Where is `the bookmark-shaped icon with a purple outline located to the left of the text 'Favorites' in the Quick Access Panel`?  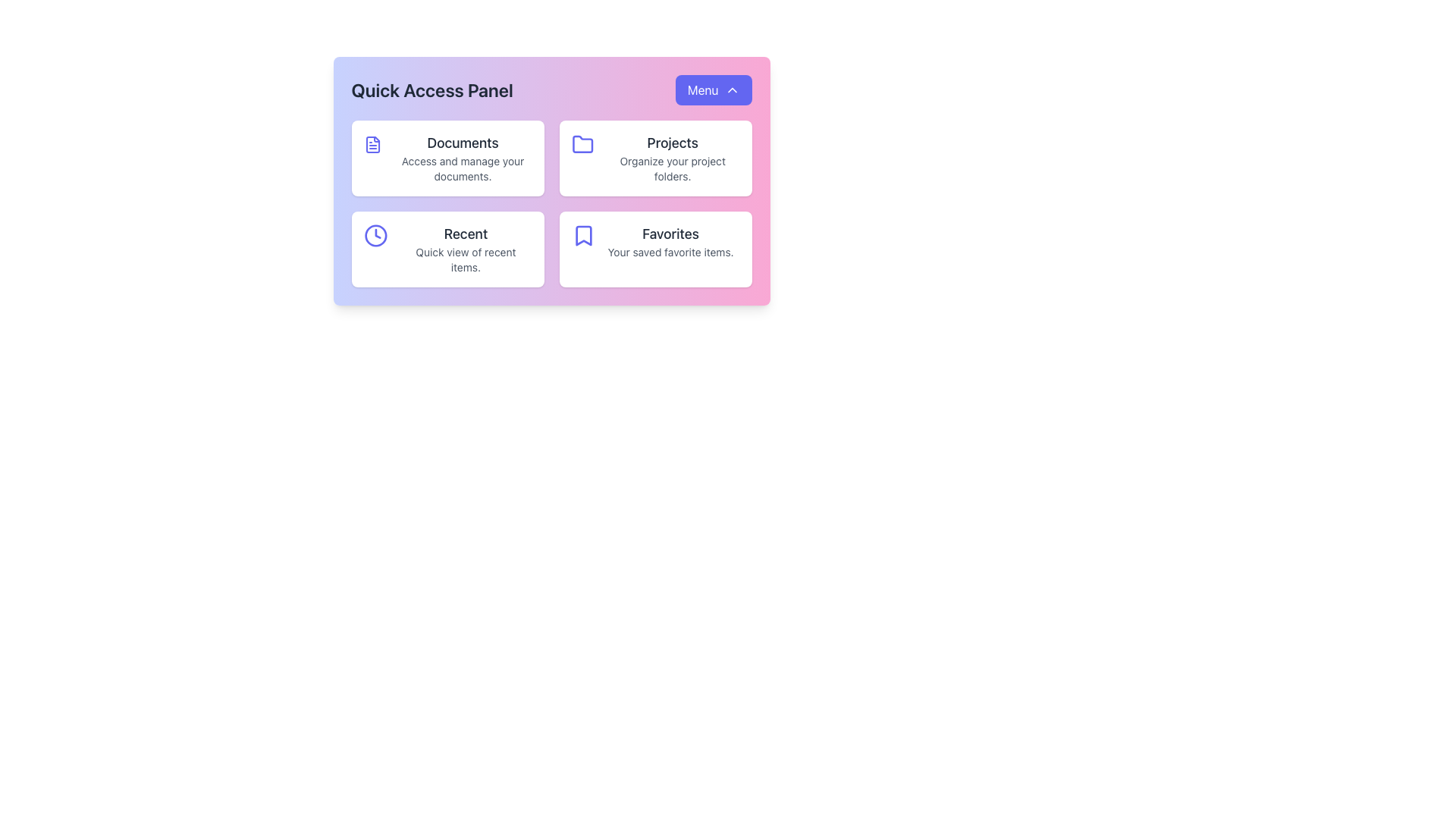 the bookmark-shaped icon with a purple outline located to the left of the text 'Favorites' in the Quick Access Panel is located at coordinates (582, 236).